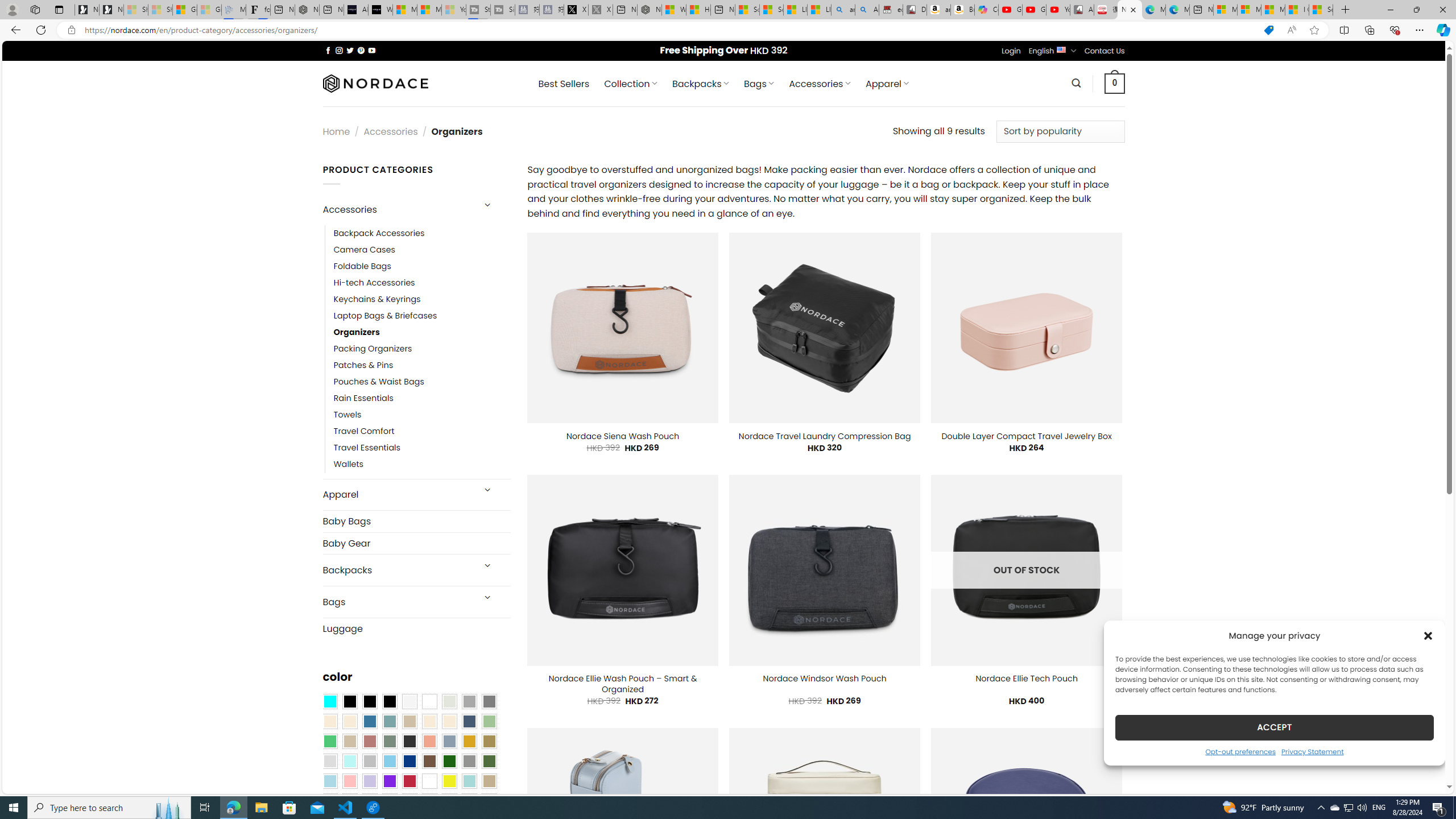 The height and width of the screenshot is (819, 1456). What do you see at coordinates (867, 9) in the screenshot?
I see `'Amazon Echo Dot PNG - Search Images'` at bounding box center [867, 9].